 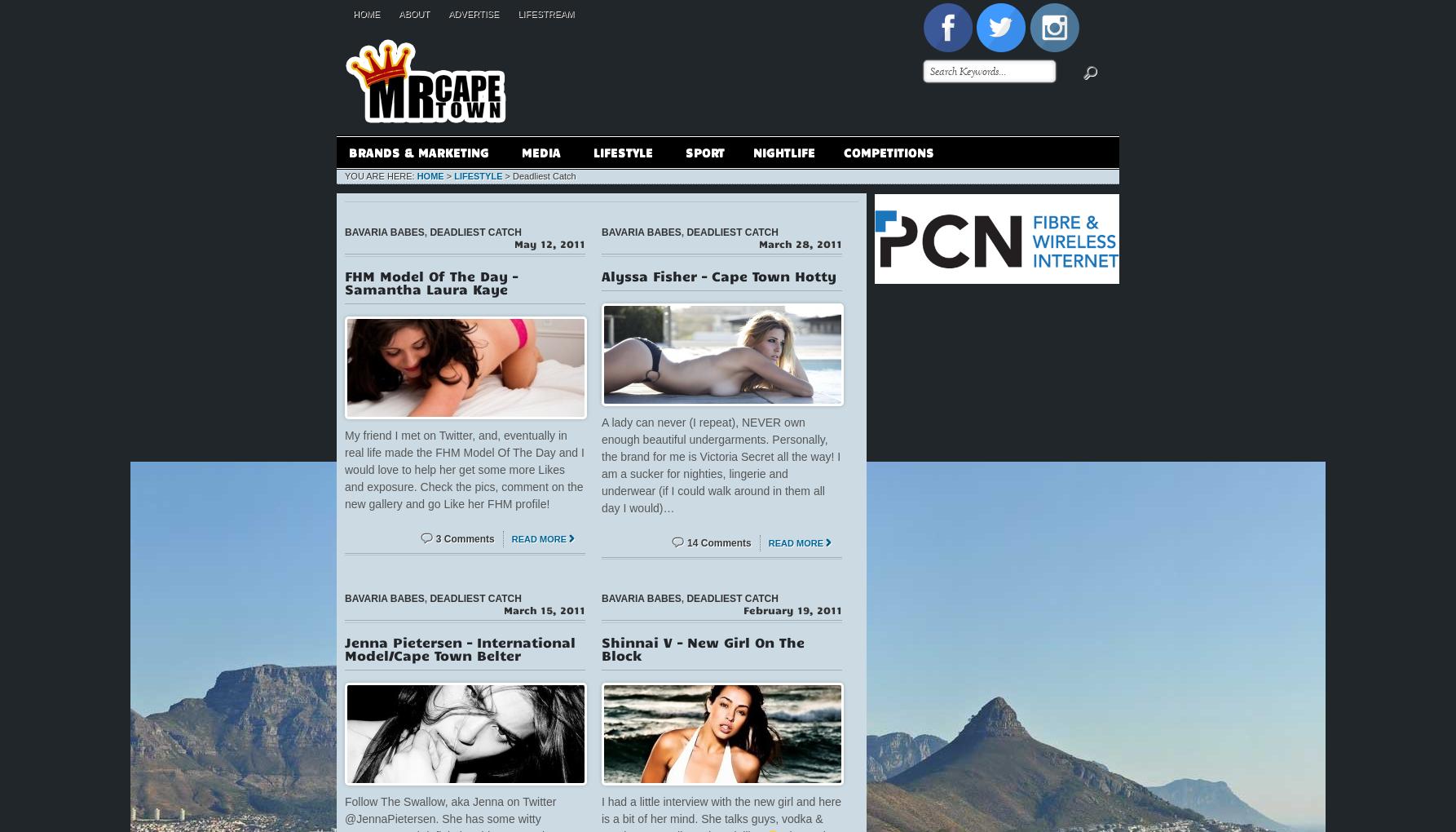 I want to click on 'Media', so click(x=521, y=151).